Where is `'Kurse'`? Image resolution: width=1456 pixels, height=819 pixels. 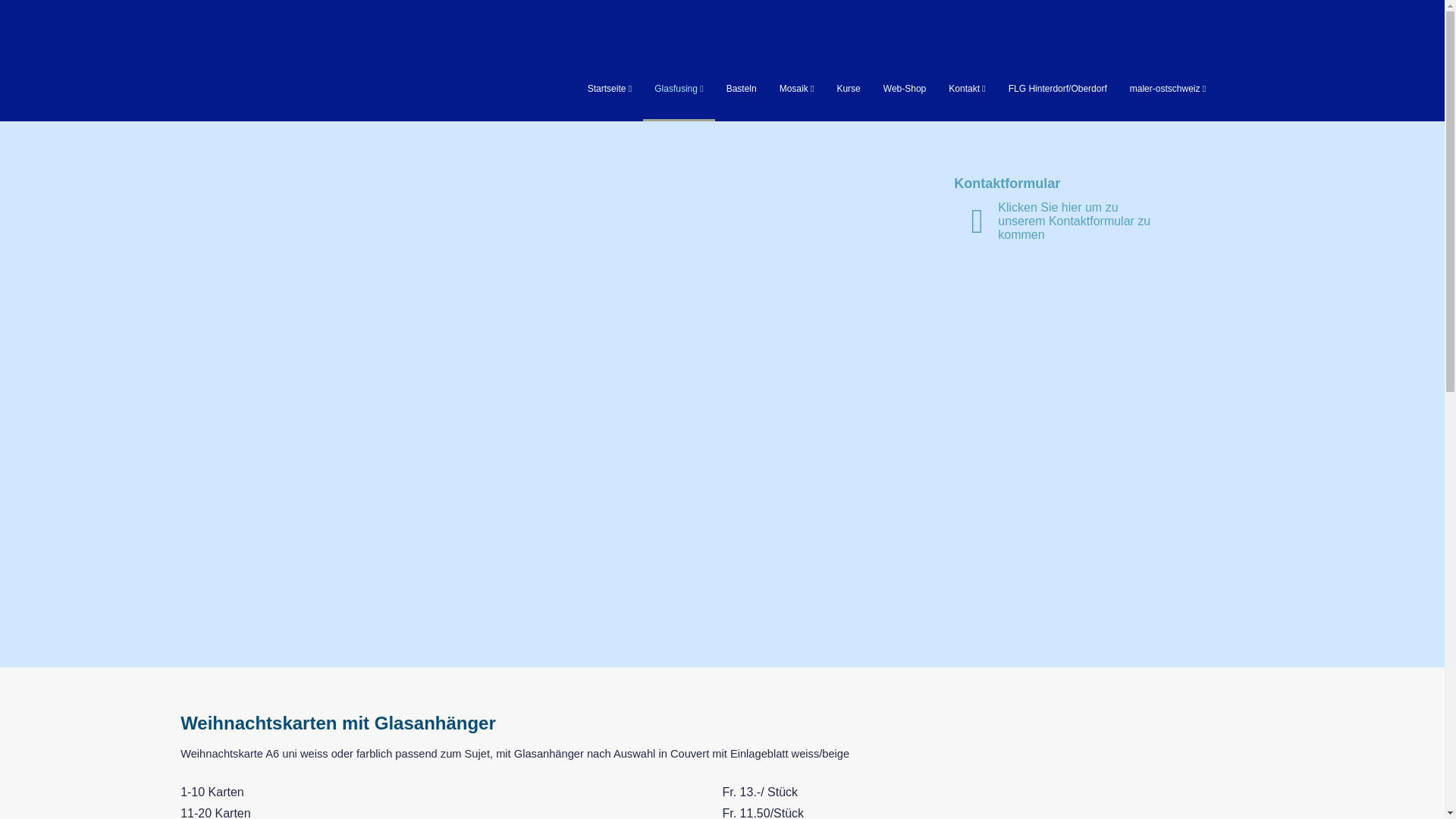 'Kurse' is located at coordinates (847, 88).